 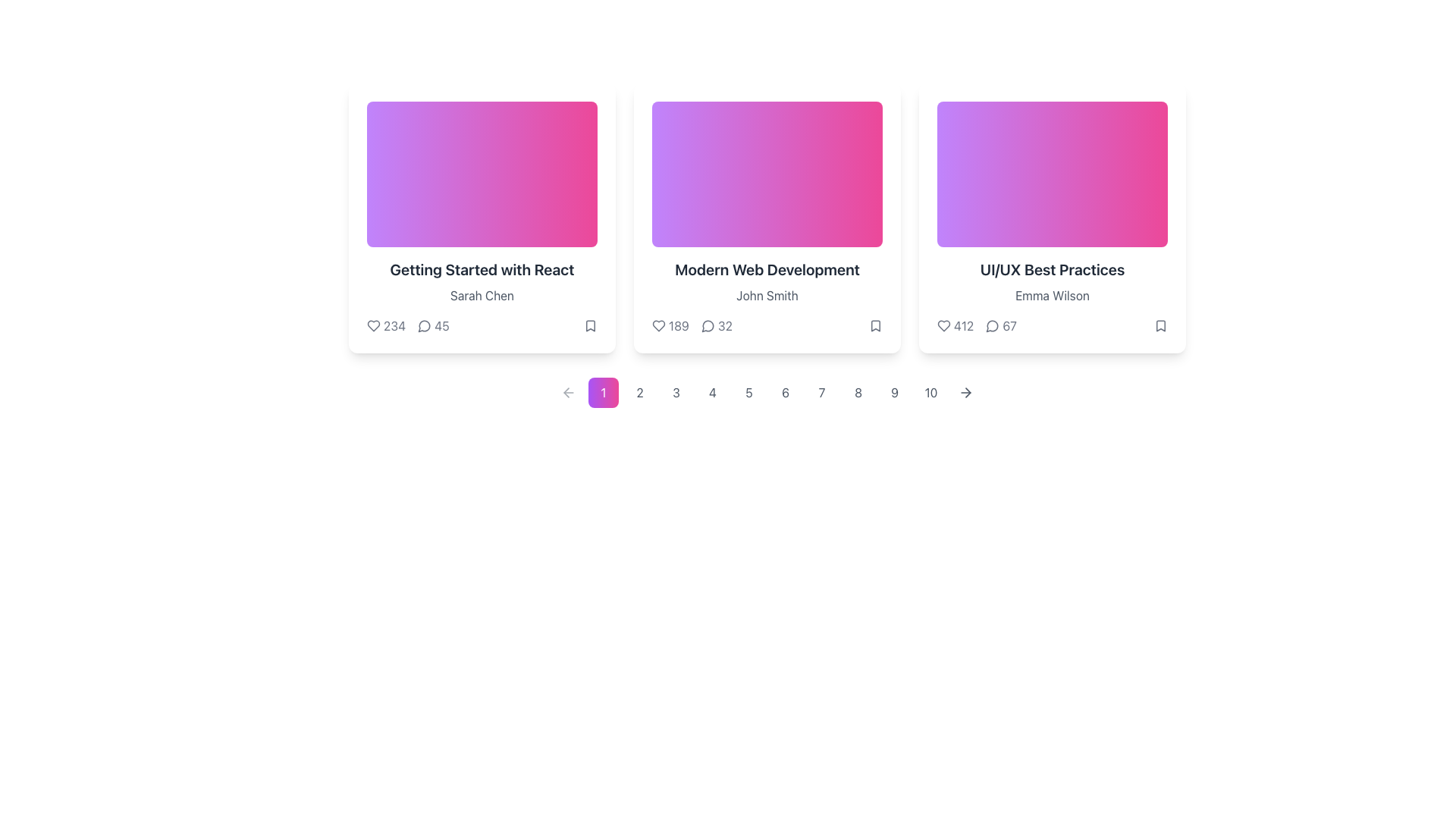 I want to click on the Decorative block at the topmost section of the card titled 'UI/UX Best Practices', located at the rightmost position in the row of cards, so click(x=1051, y=174).